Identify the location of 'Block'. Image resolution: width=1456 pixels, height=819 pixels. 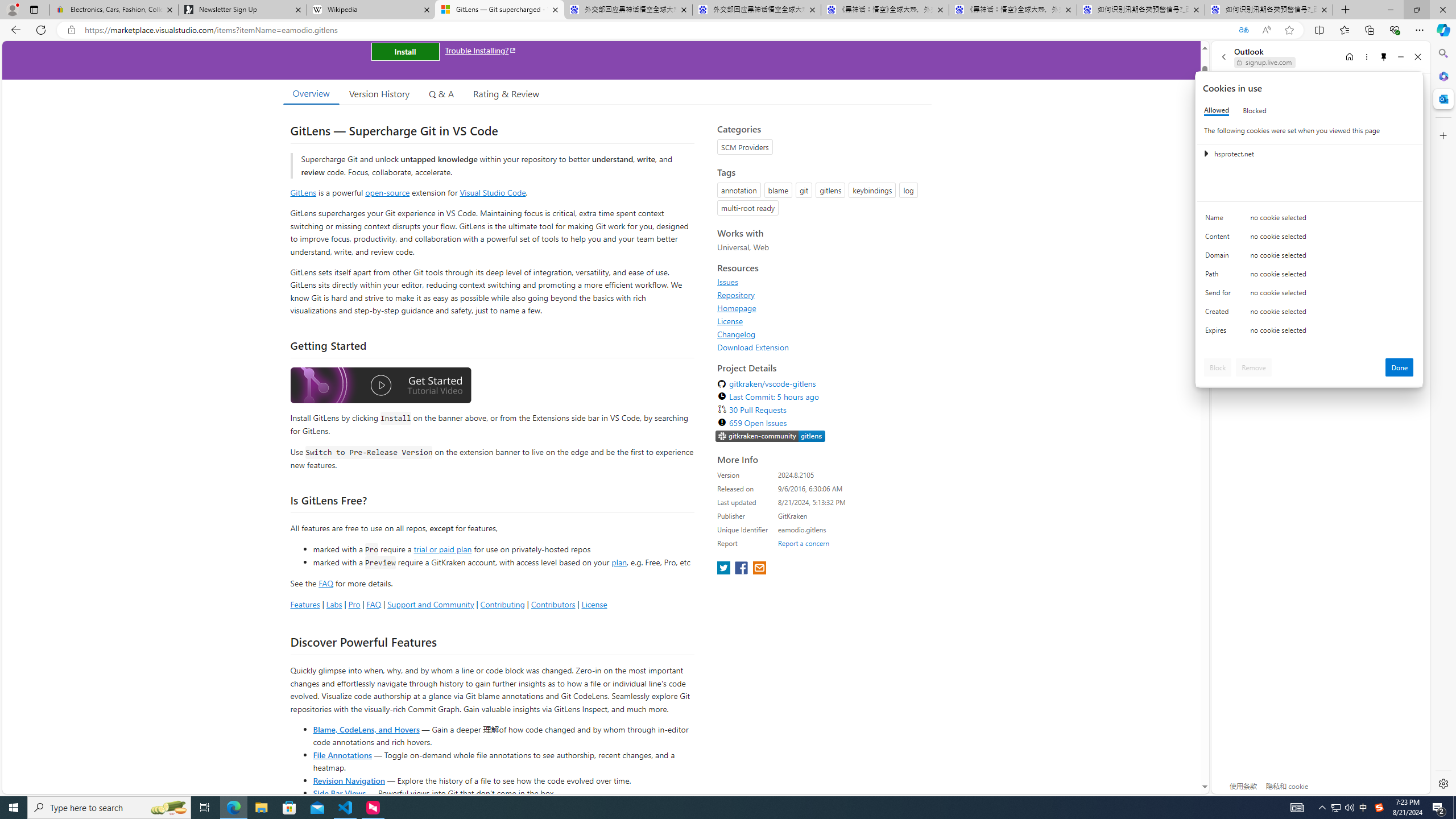
(1217, 367).